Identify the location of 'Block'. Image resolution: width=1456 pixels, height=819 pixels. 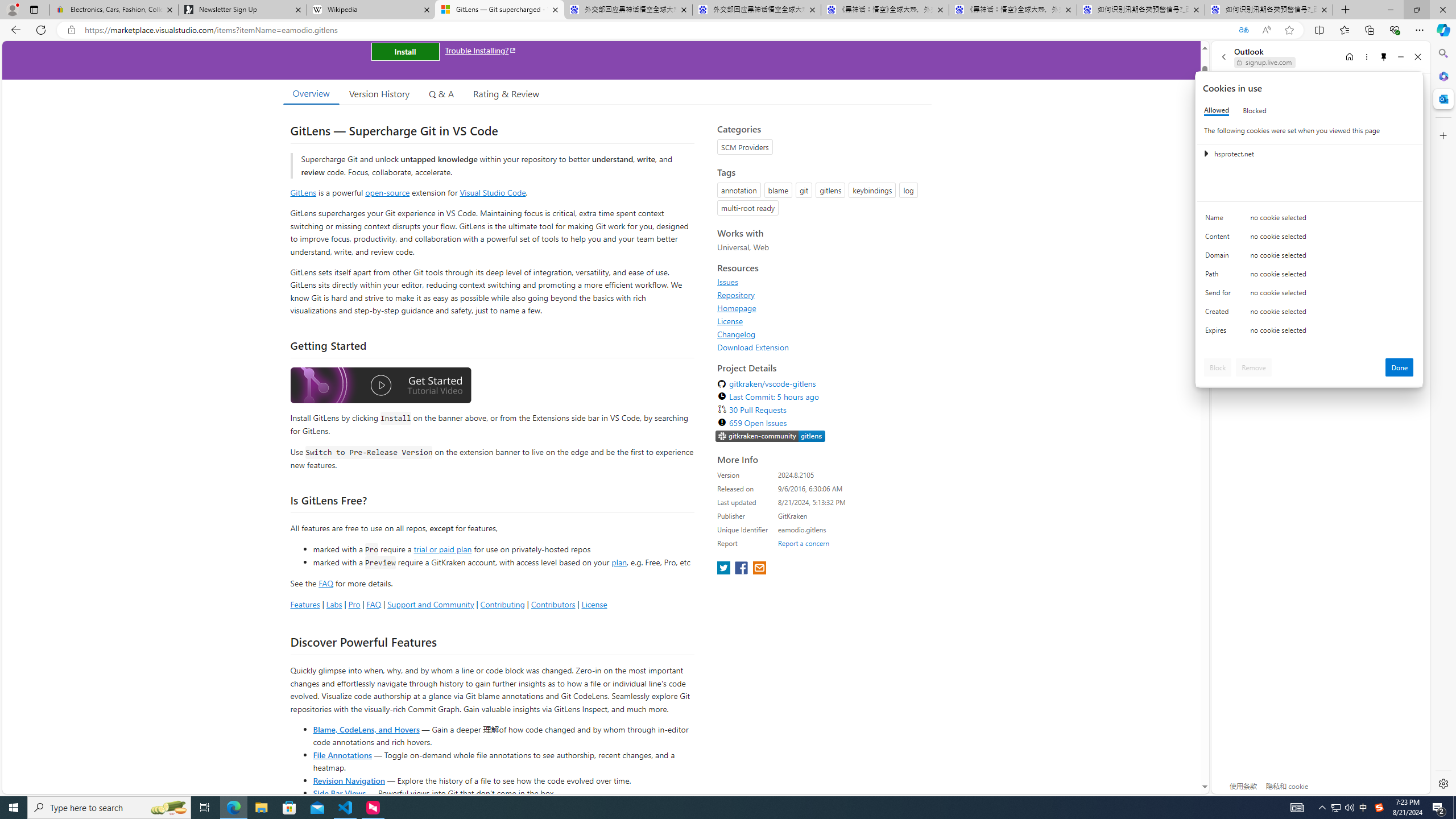
(1217, 367).